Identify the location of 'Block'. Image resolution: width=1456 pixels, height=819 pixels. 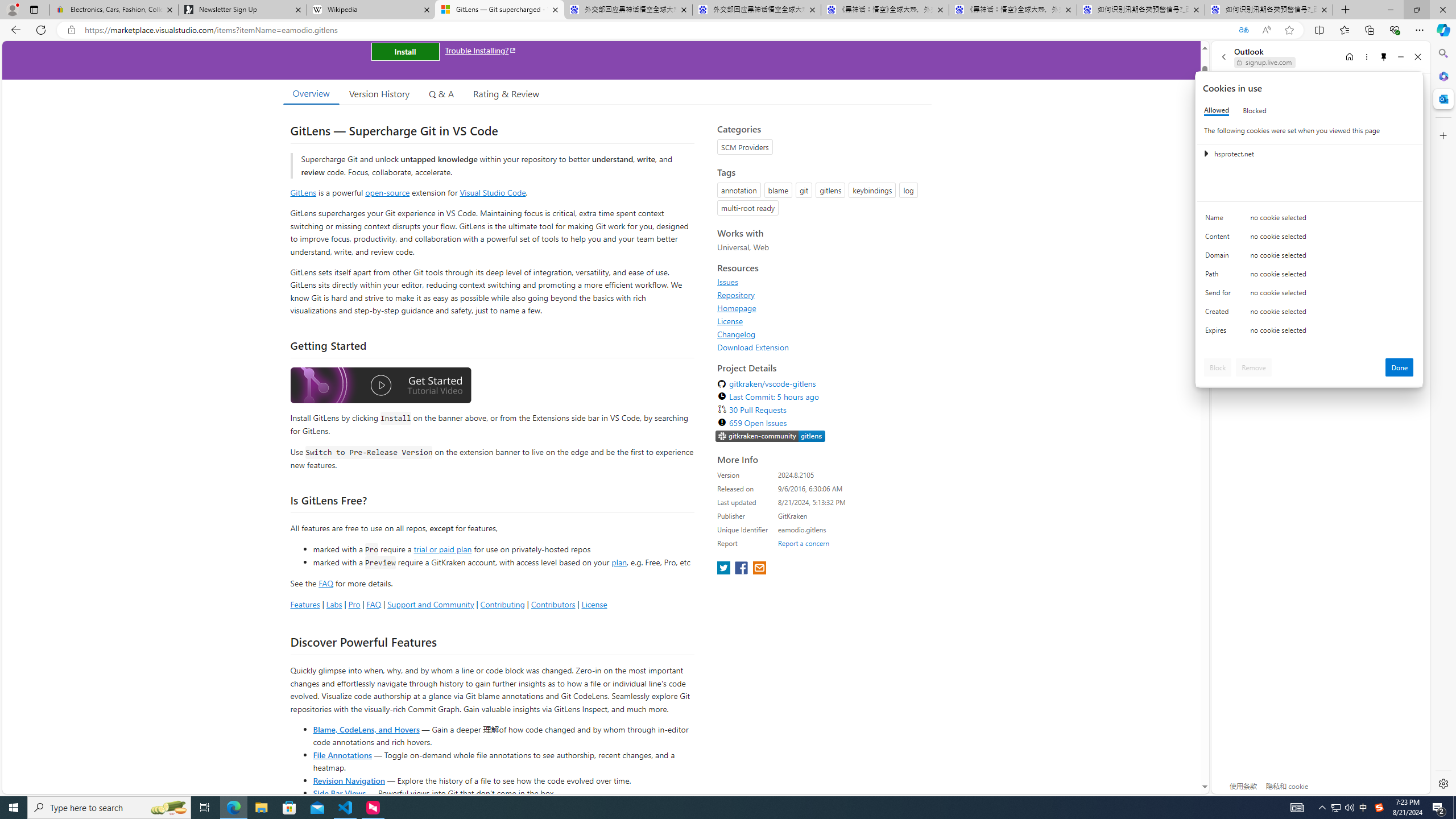
(1217, 367).